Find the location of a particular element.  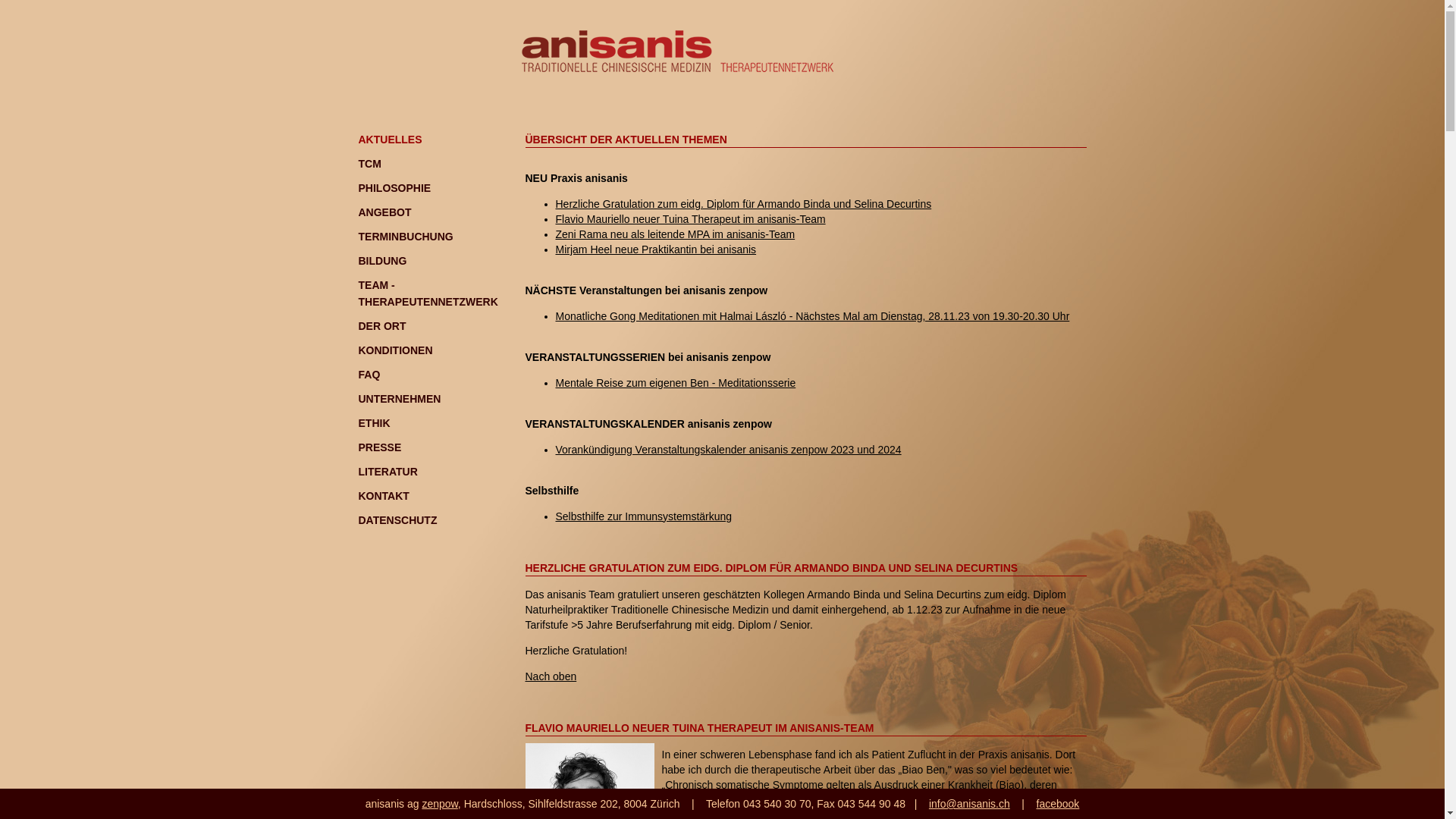

'TCM' is located at coordinates (369, 164).